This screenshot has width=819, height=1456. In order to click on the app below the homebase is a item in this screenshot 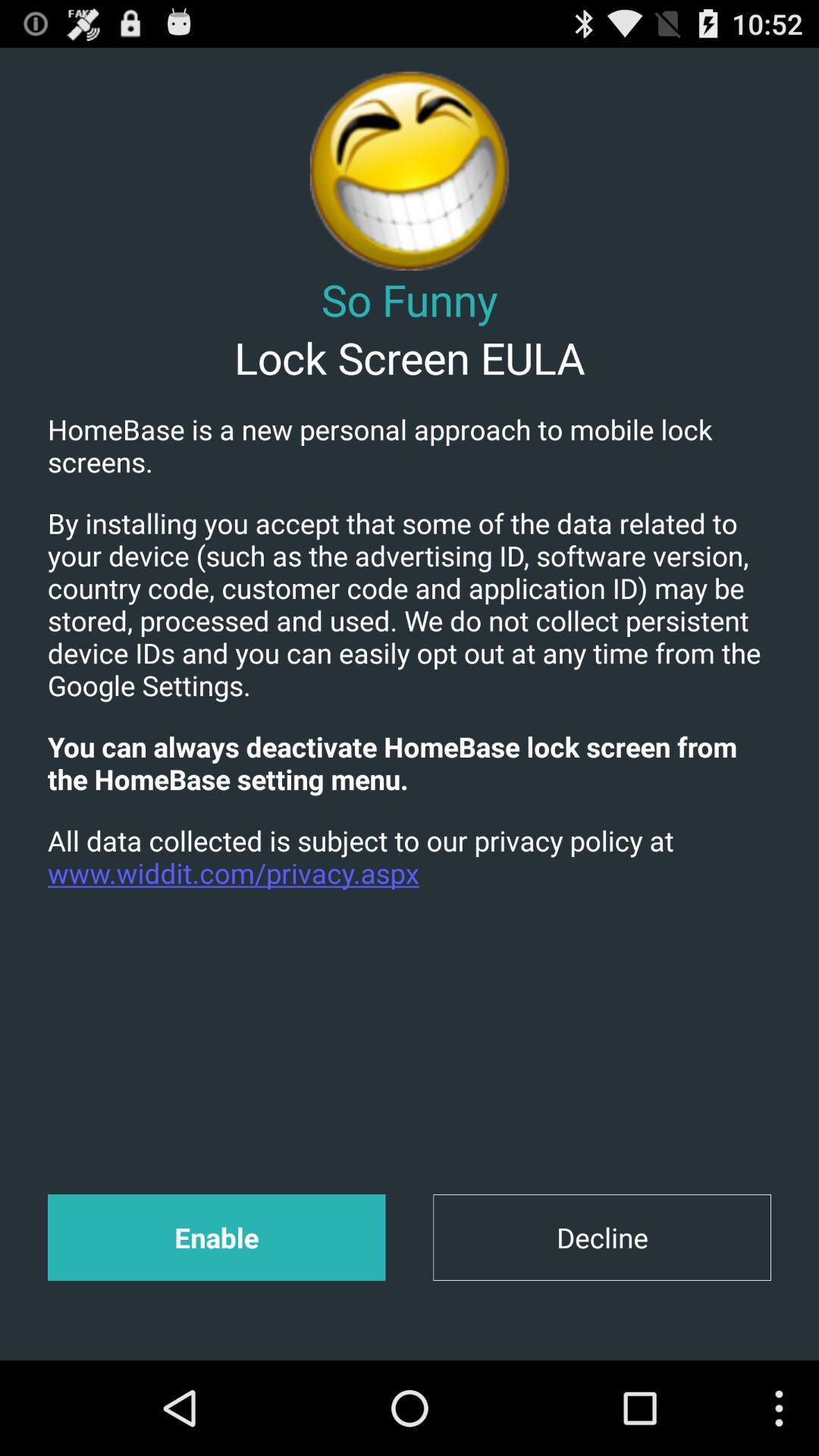, I will do `click(409, 603)`.